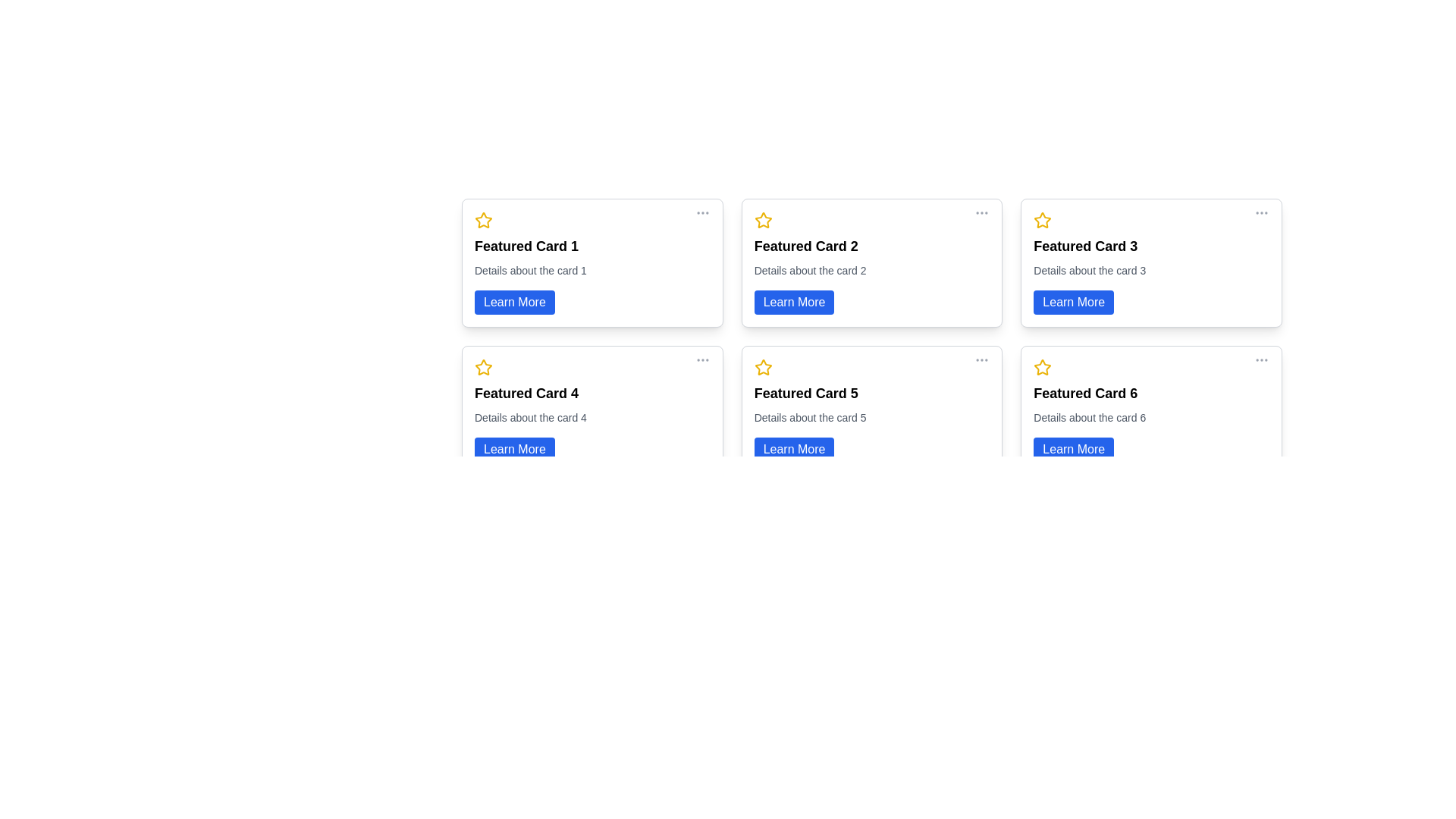 The width and height of the screenshot is (1456, 819). Describe the element at coordinates (805, 245) in the screenshot. I see `the text label displaying 'Featured Card 2', which is centrally positioned within the second card of a grid layout and prominently styled in bold black font` at that location.